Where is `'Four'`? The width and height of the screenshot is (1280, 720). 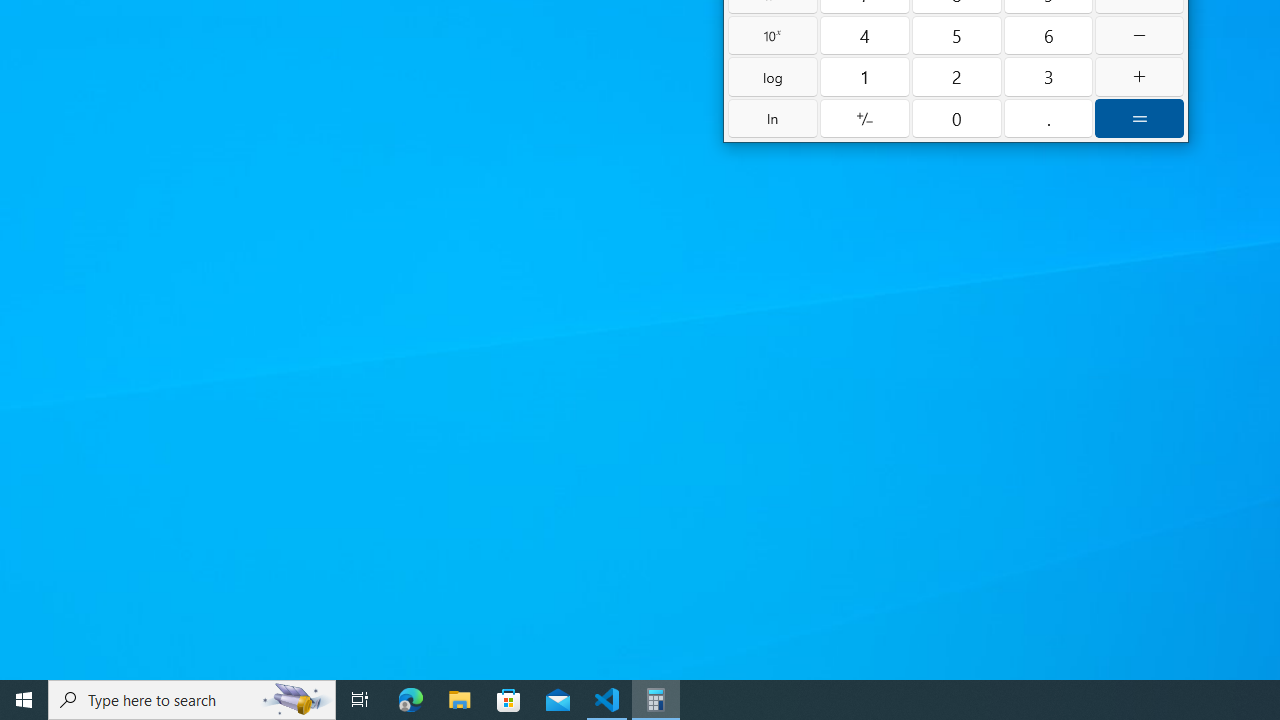
'Four' is located at coordinates (865, 35).